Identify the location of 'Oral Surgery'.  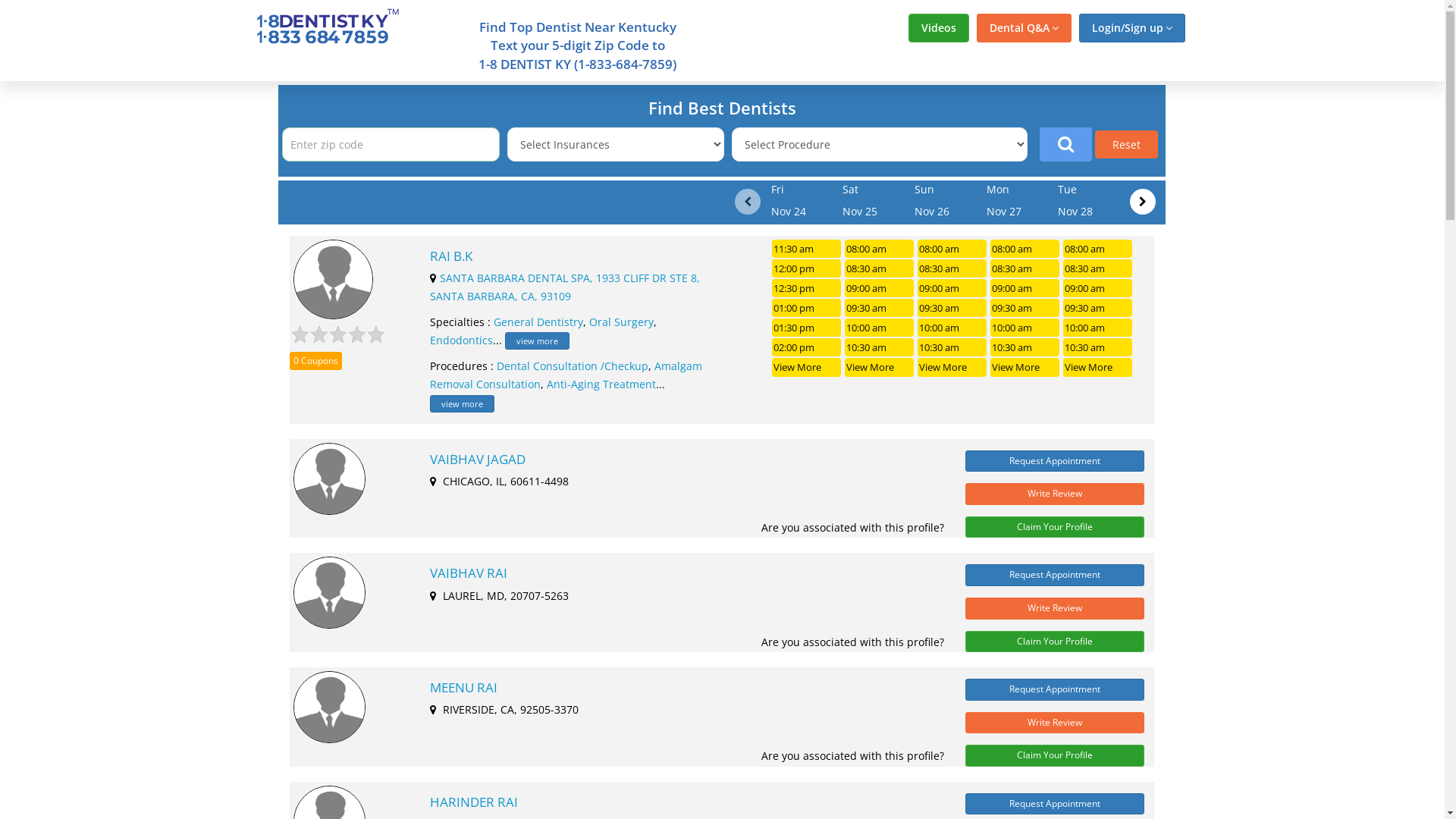
(621, 321).